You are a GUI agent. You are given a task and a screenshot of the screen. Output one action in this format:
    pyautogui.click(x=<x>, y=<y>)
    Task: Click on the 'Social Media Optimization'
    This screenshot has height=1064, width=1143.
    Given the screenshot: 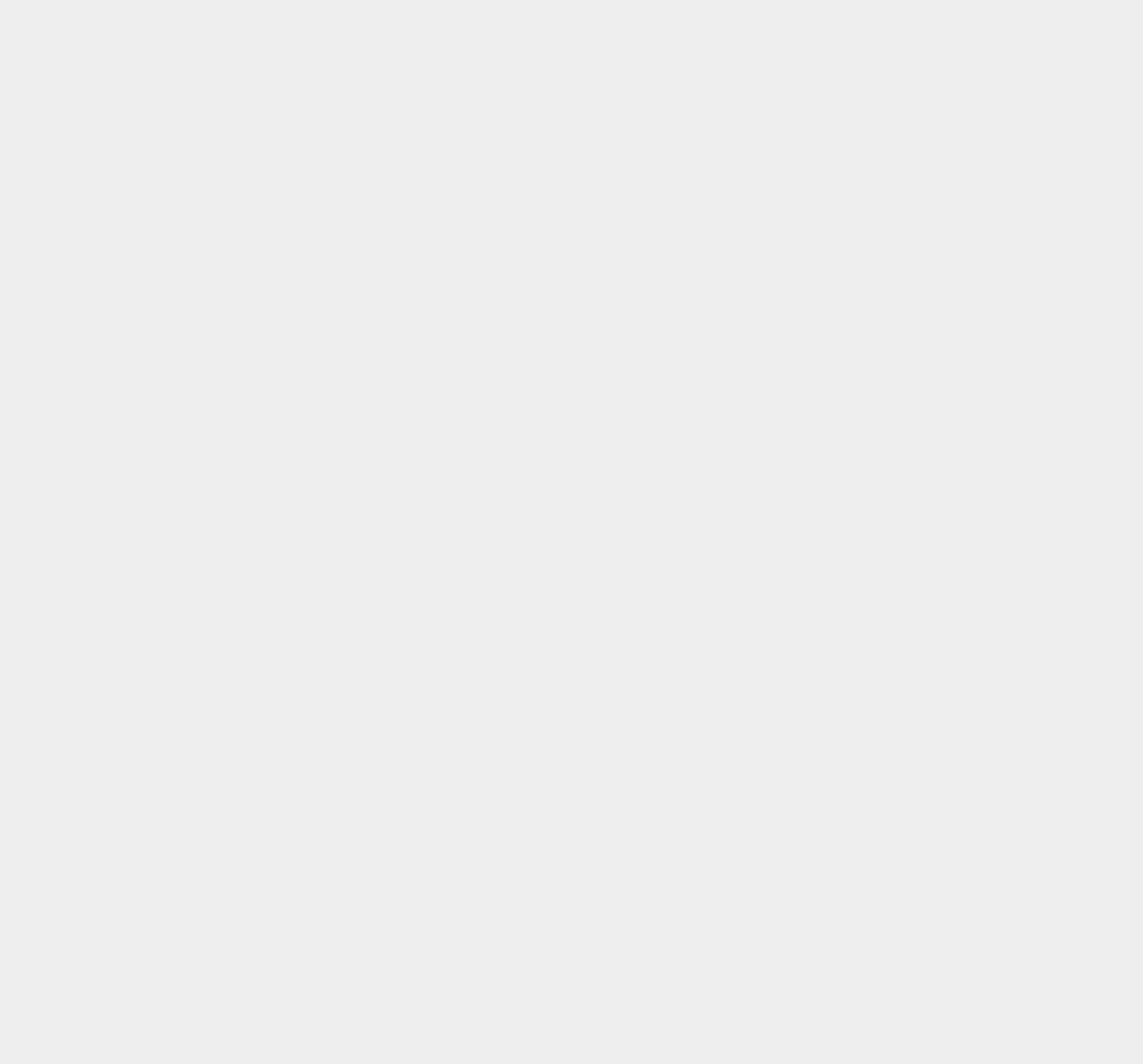 What is the action you would take?
    pyautogui.click(x=527, y=35)
    